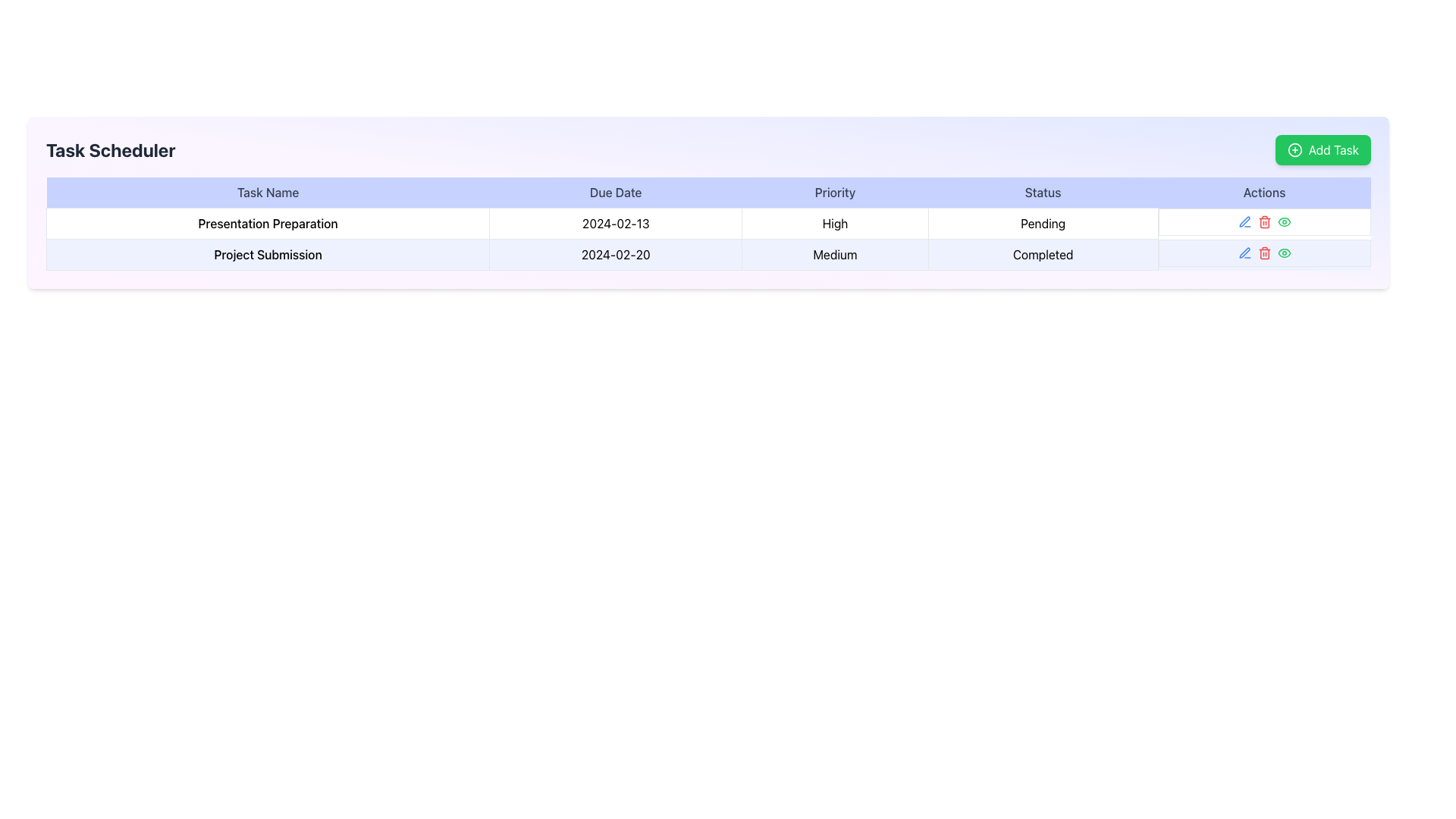  Describe the element at coordinates (1264, 221) in the screenshot. I see `the red trash bin icon in the 'Actions' column of the task table` at that location.